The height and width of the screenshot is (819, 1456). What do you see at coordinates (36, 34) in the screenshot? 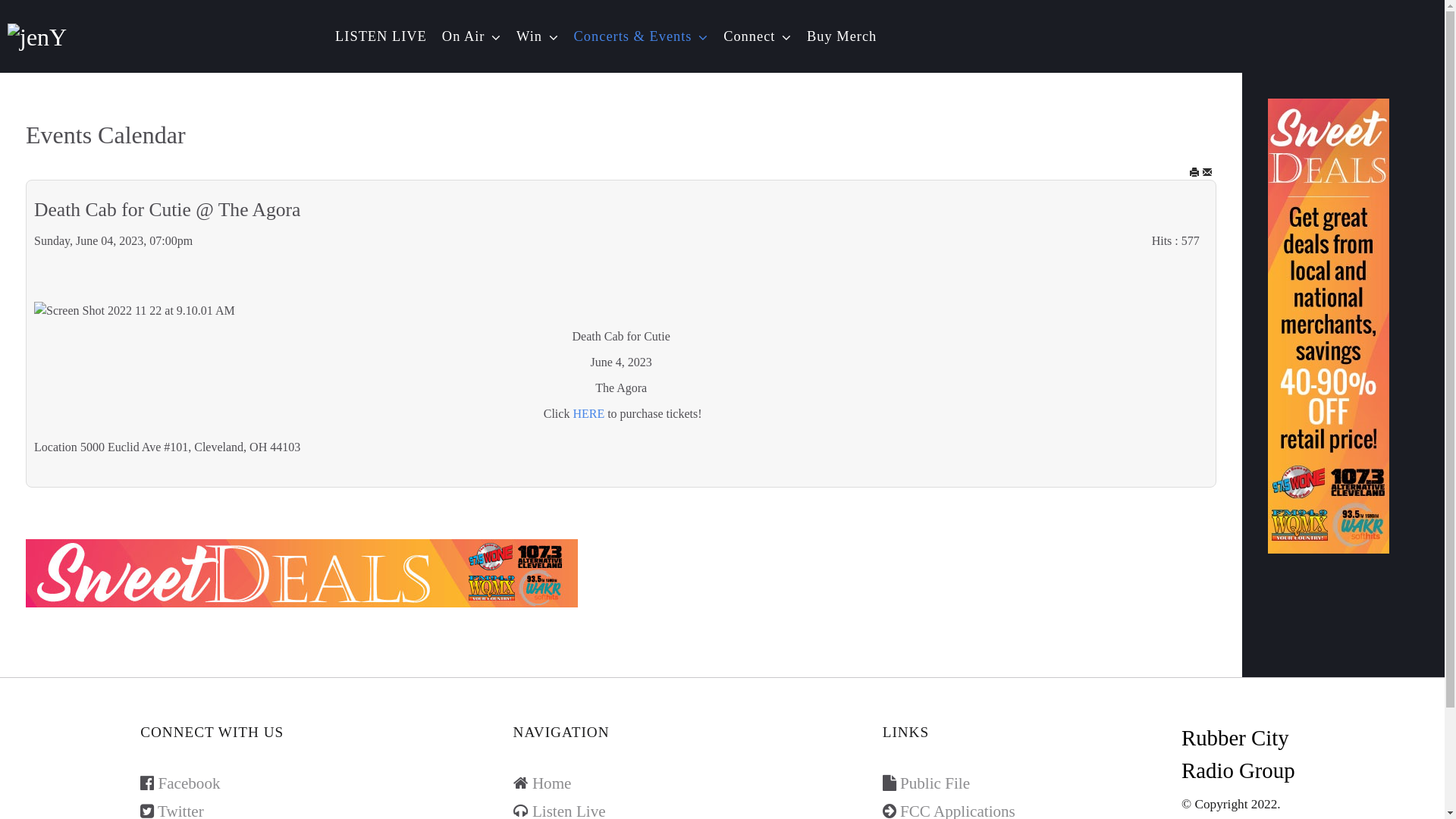
I see `'jenY'` at bounding box center [36, 34].